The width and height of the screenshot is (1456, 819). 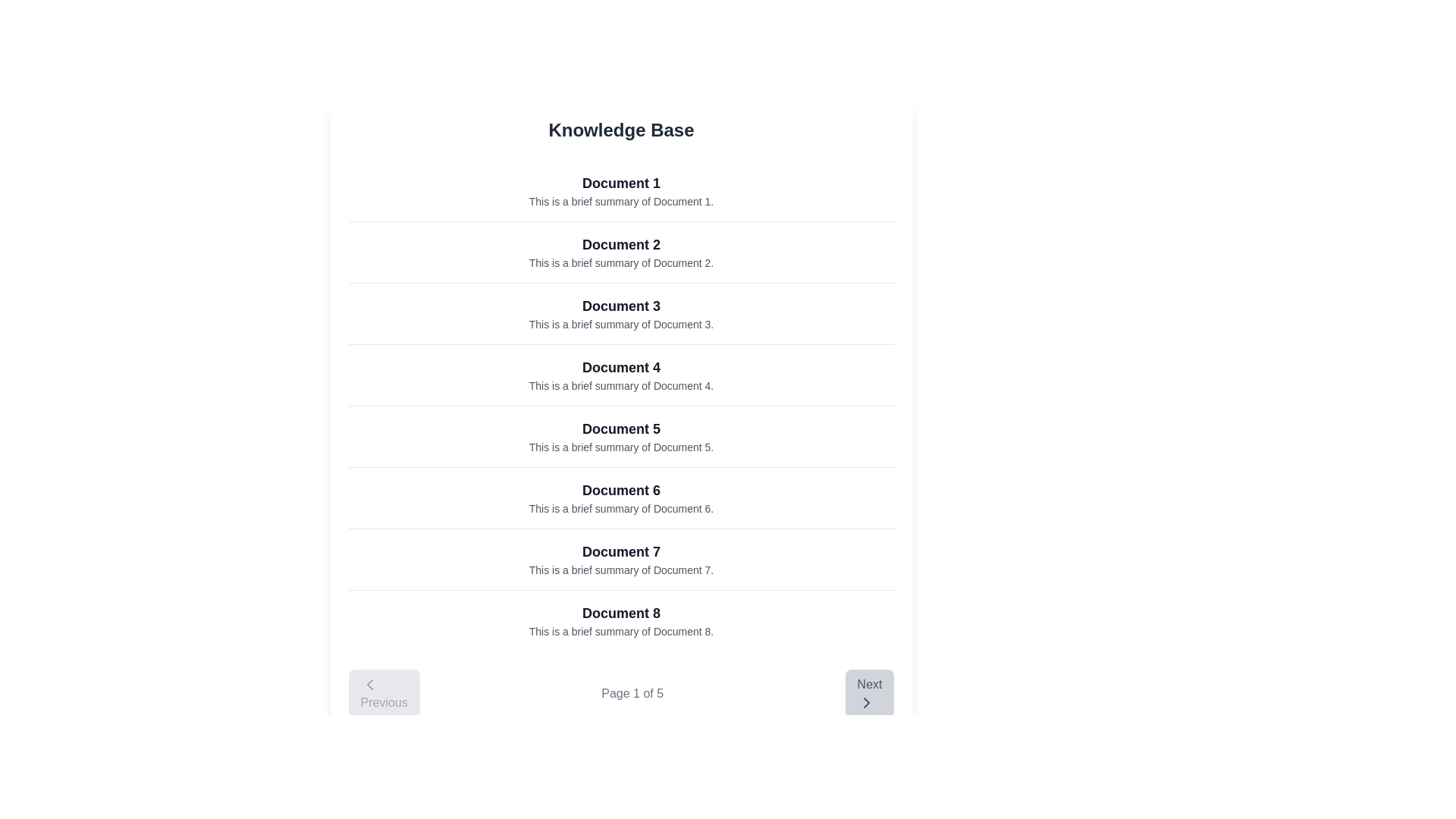 What do you see at coordinates (369, 684) in the screenshot?
I see `the chevron icon located inside the 'Previous' button at the bottom left of the interface` at bounding box center [369, 684].